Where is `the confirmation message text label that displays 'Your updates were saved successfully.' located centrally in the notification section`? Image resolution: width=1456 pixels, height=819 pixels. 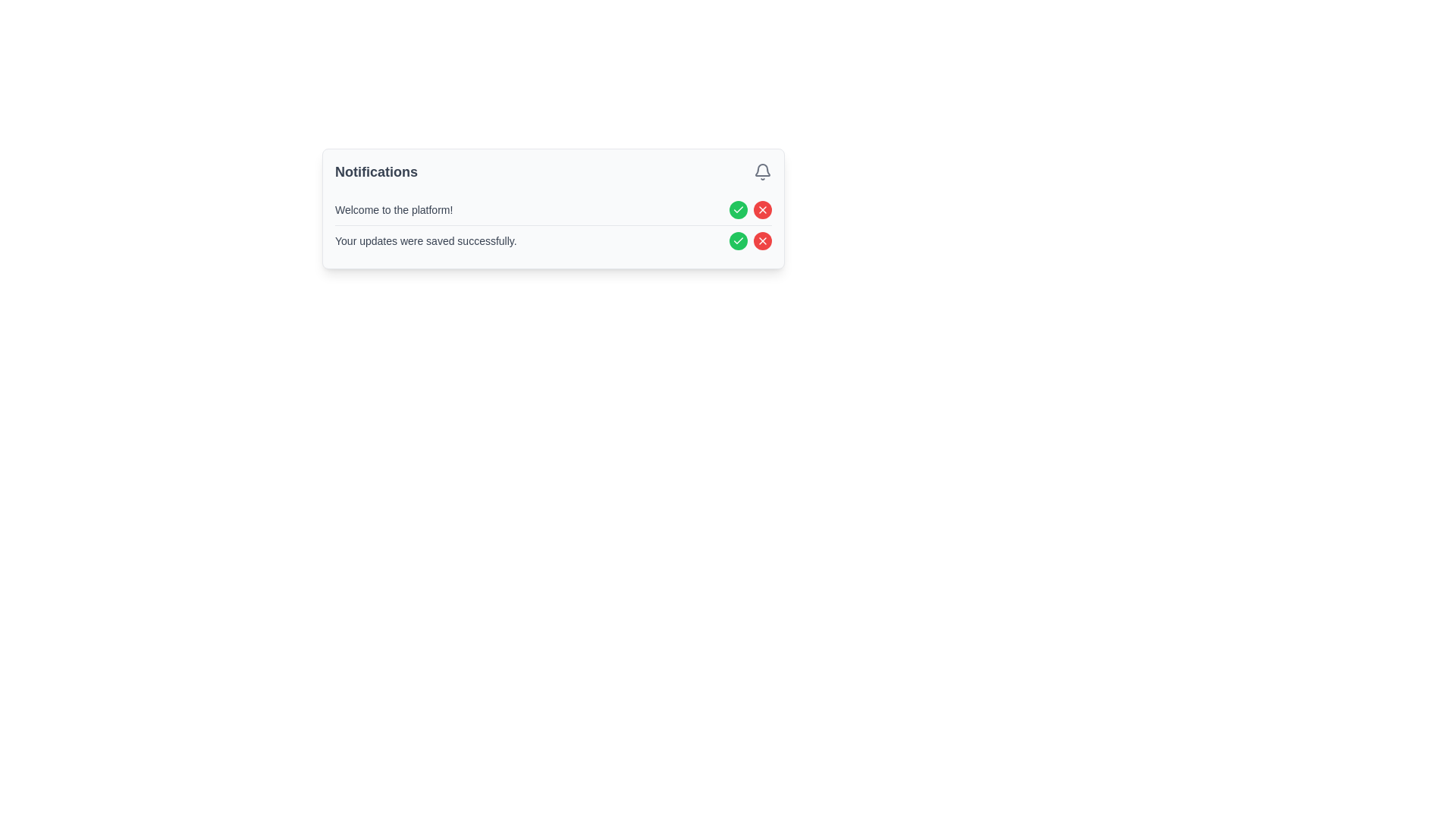 the confirmation message text label that displays 'Your updates were saved successfully.' located centrally in the notification section is located at coordinates (425, 240).